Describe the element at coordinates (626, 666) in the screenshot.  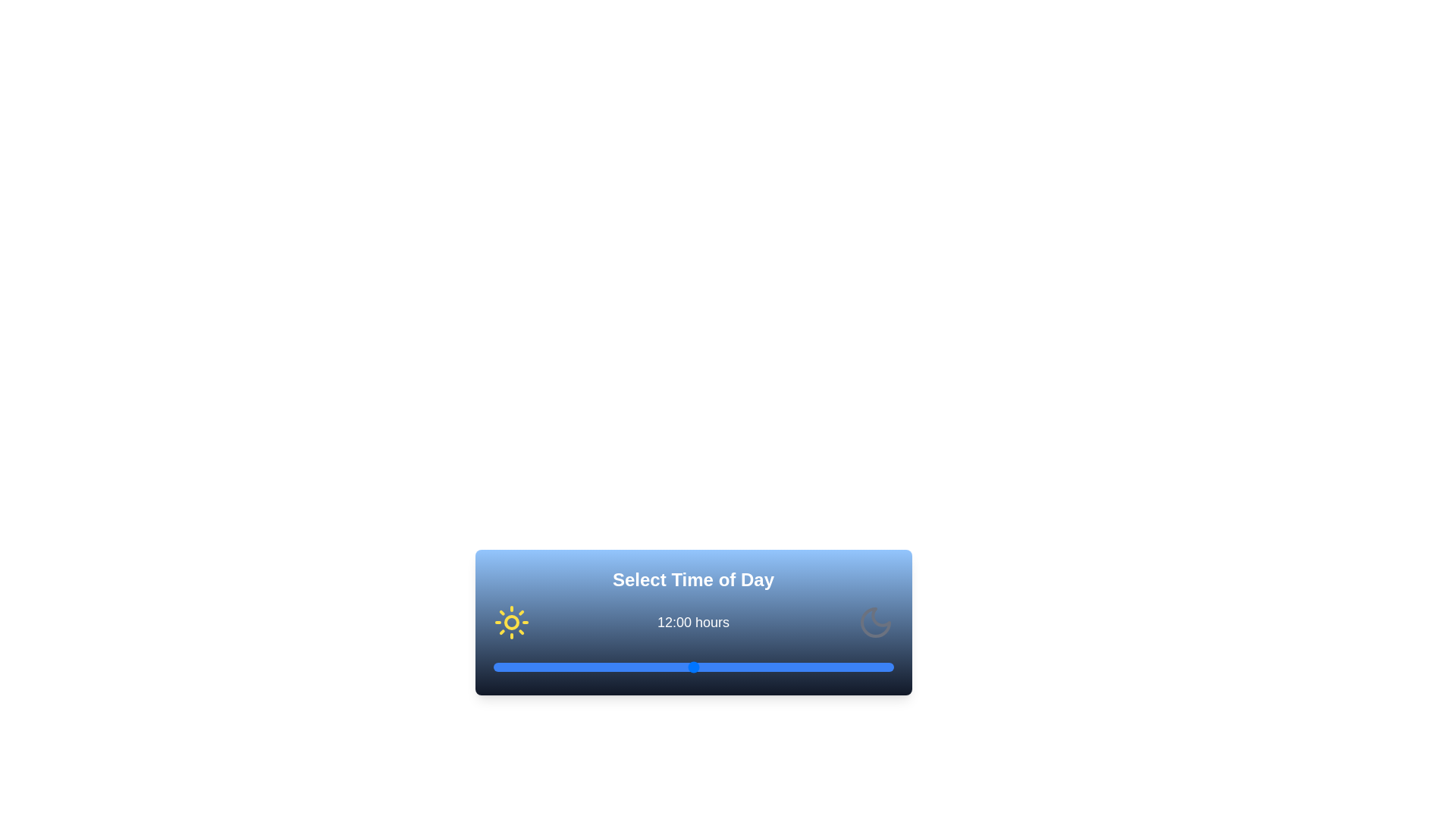
I see `the time to 8 hours using the slider` at that location.